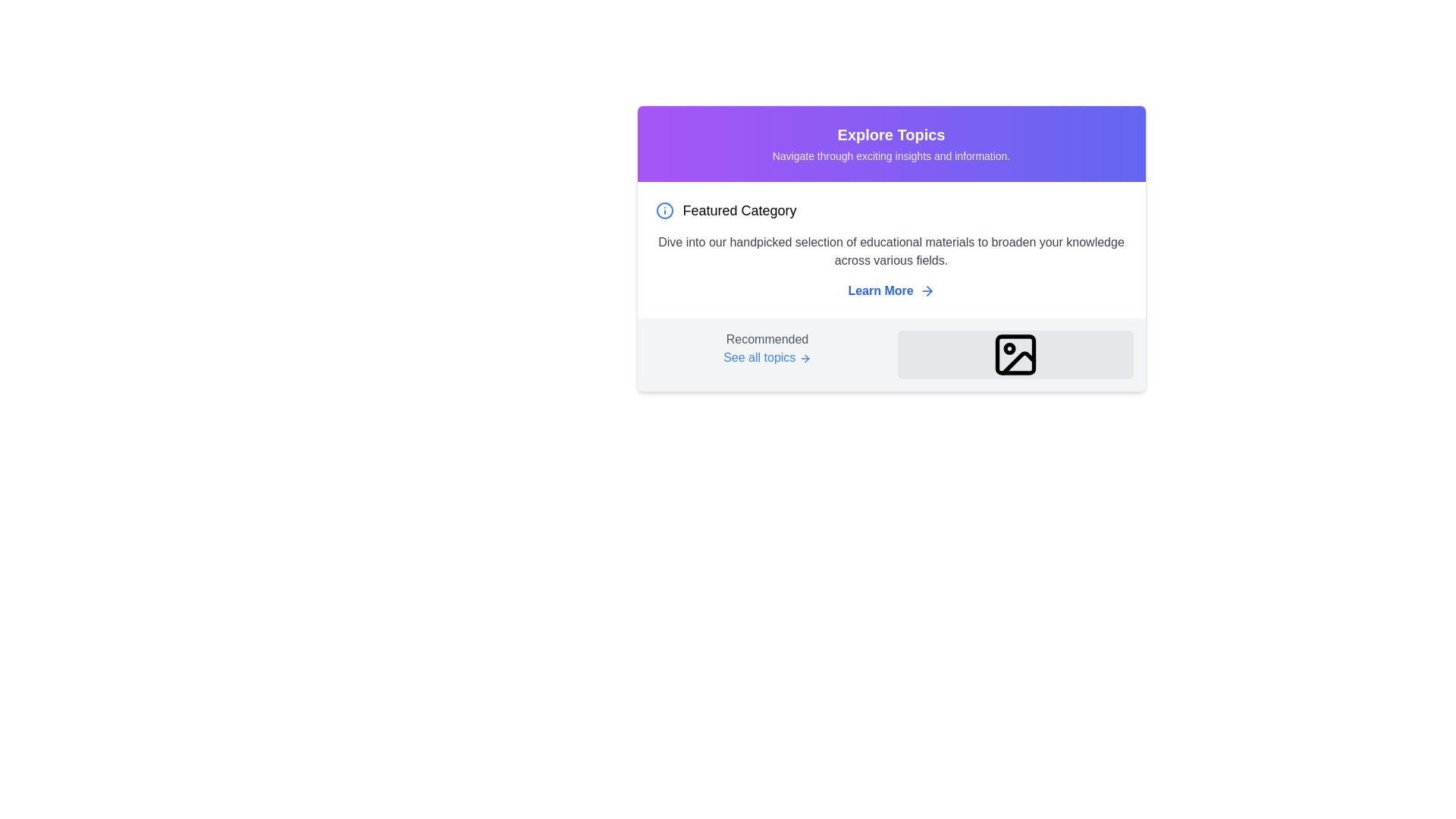  Describe the element at coordinates (891, 291) in the screenshot. I see `the interactive hyperlink located at the lower-right side of the 'Featured Category' section, beneath the descriptive paragraph, which encourages further exploration by the user` at that location.